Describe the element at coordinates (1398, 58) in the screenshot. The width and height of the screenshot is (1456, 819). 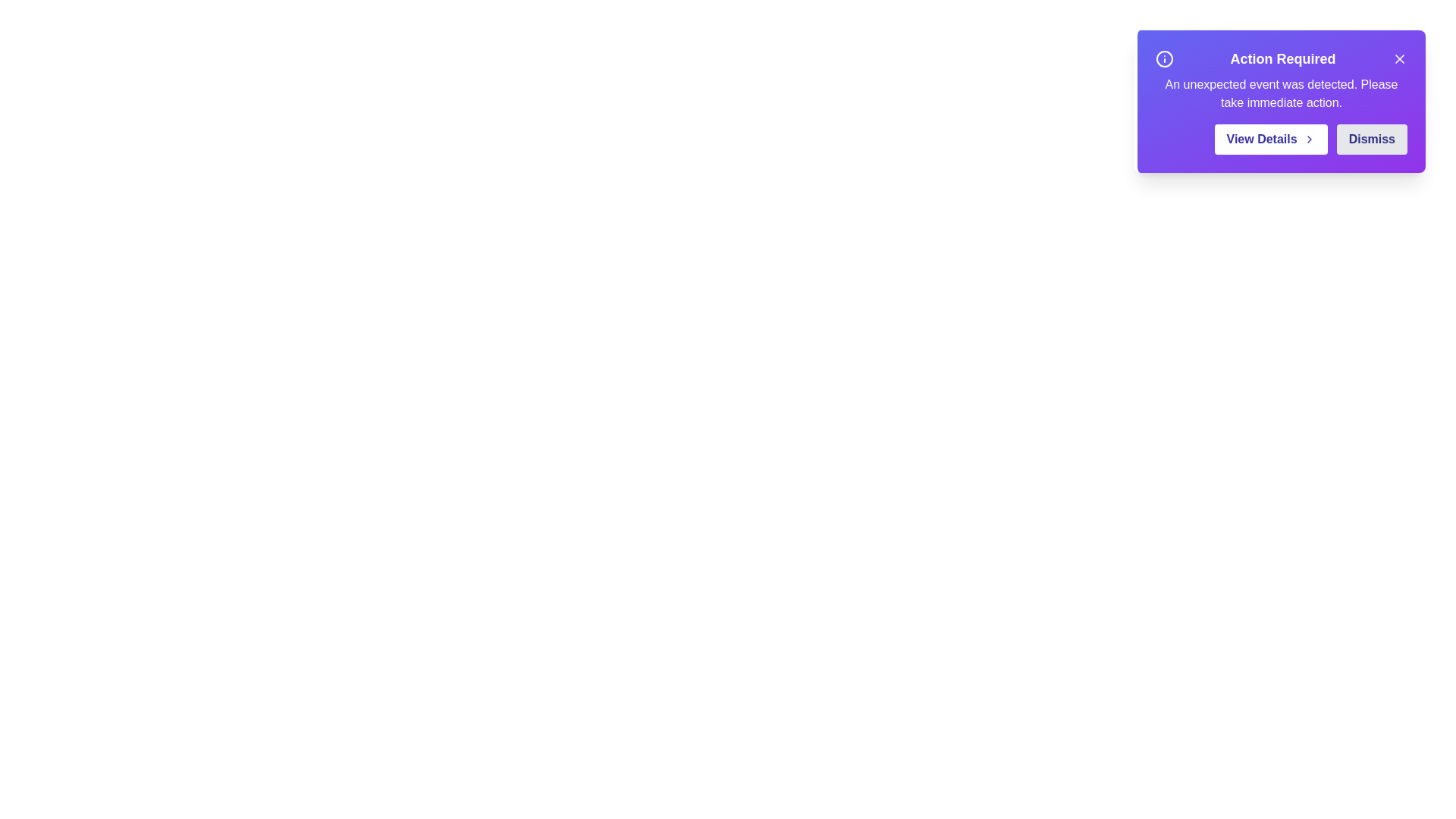
I see `the close button to hide the alert` at that location.